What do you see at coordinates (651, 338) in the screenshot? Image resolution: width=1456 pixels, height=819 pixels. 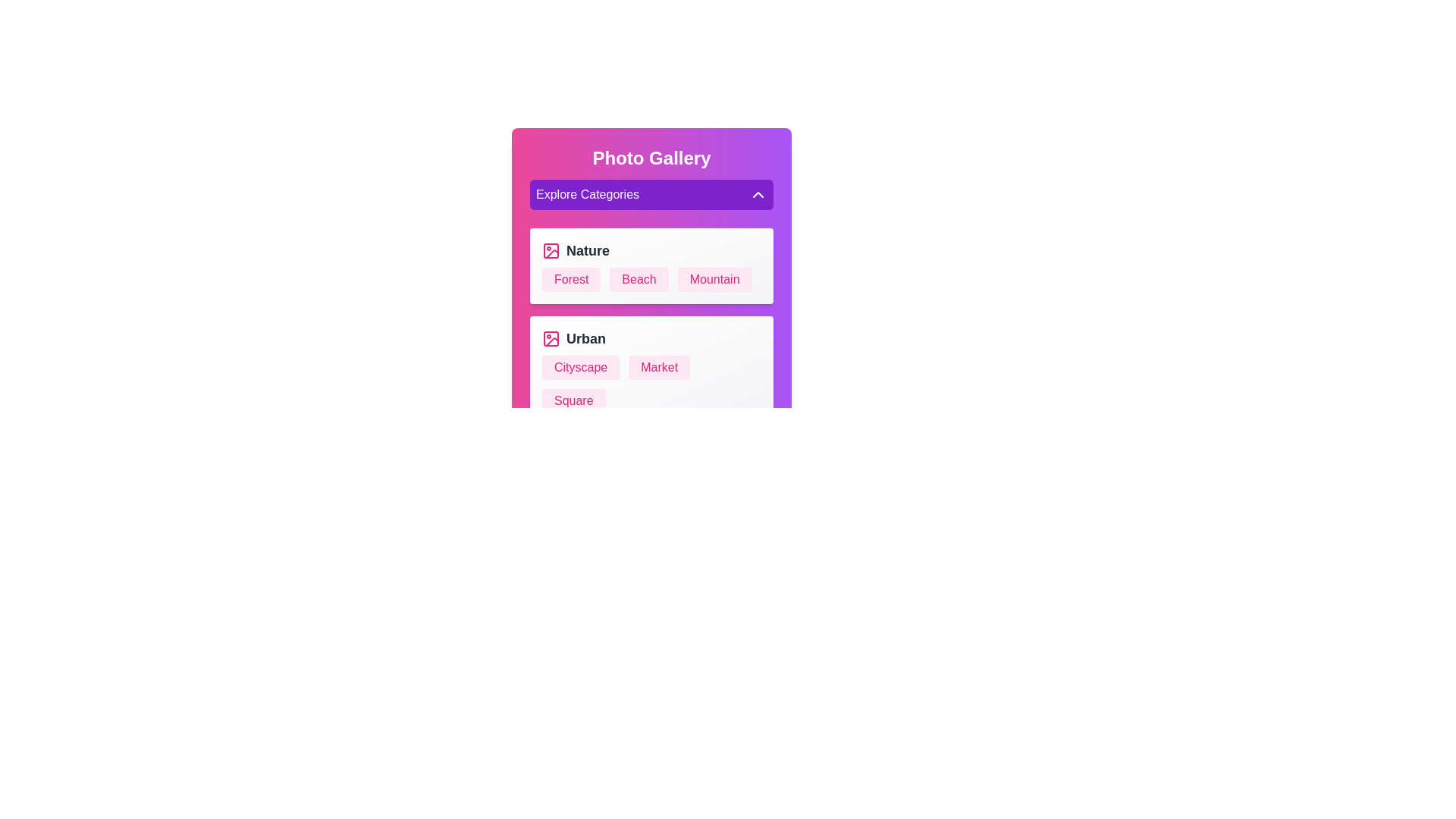 I see `the text element labeled 'Urban' to select it` at bounding box center [651, 338].